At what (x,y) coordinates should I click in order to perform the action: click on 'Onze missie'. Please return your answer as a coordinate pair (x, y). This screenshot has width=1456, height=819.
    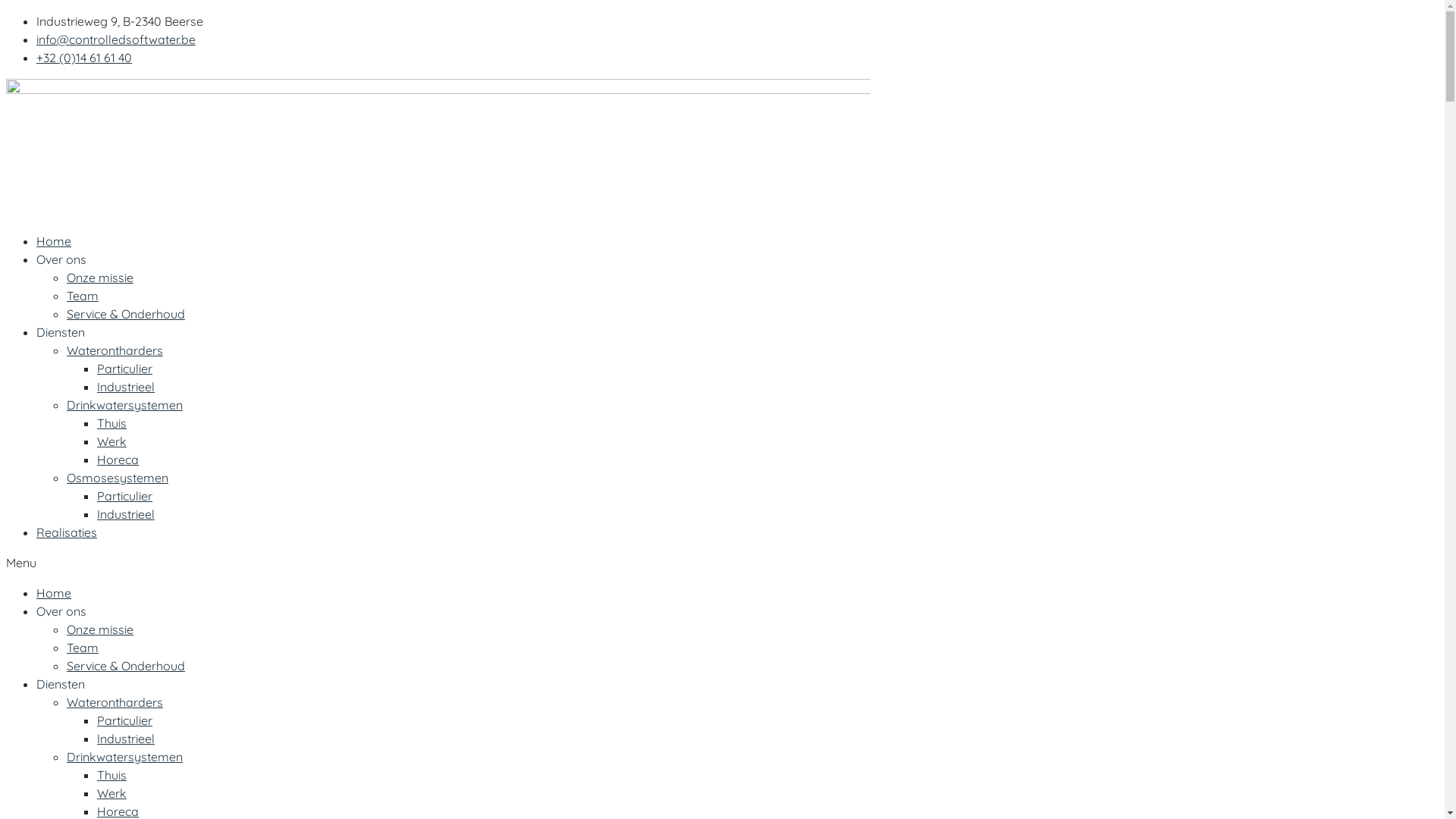
    Looking at the image, I should click on (65, 278).